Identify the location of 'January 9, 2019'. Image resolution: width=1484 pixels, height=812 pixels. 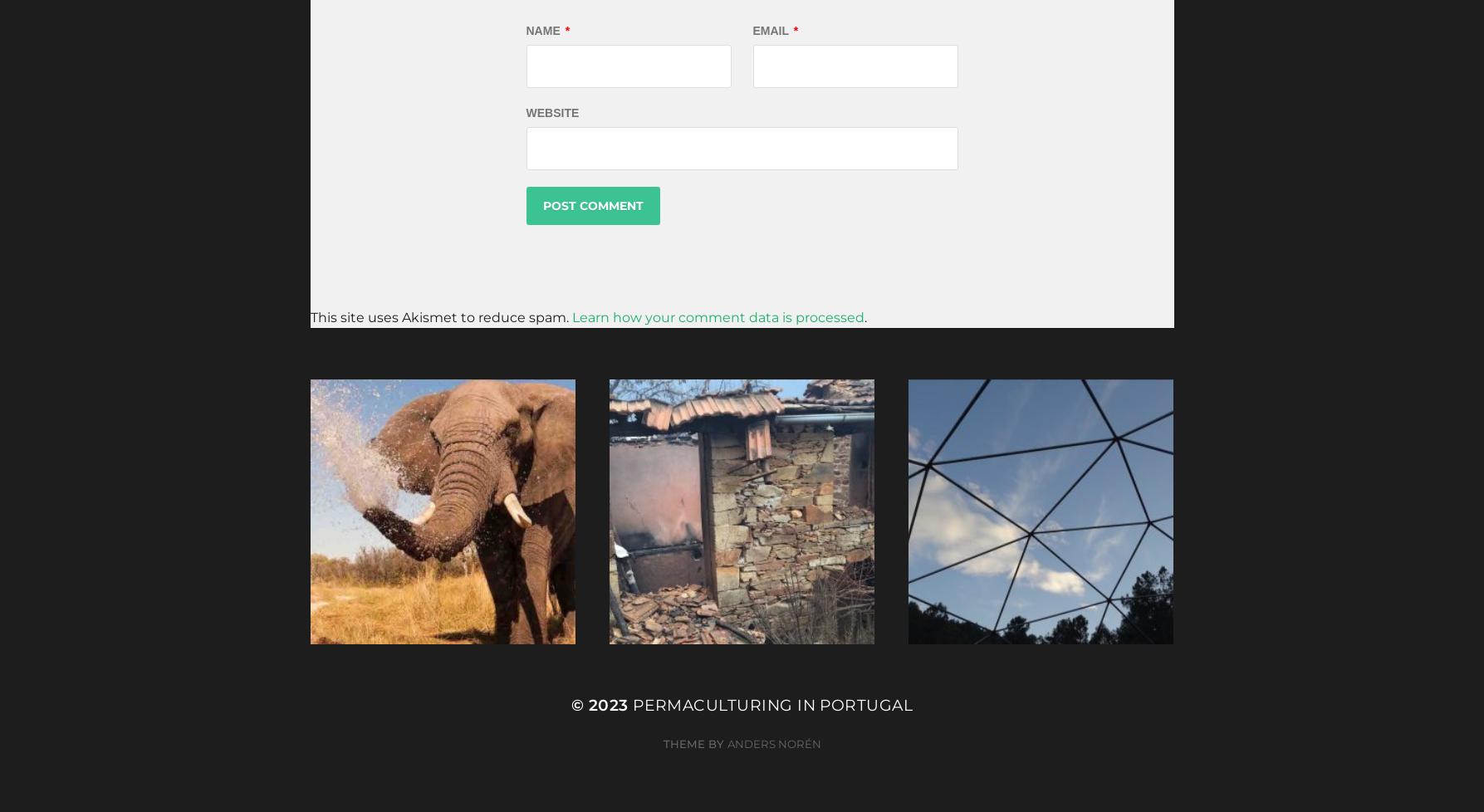
(385, 535).